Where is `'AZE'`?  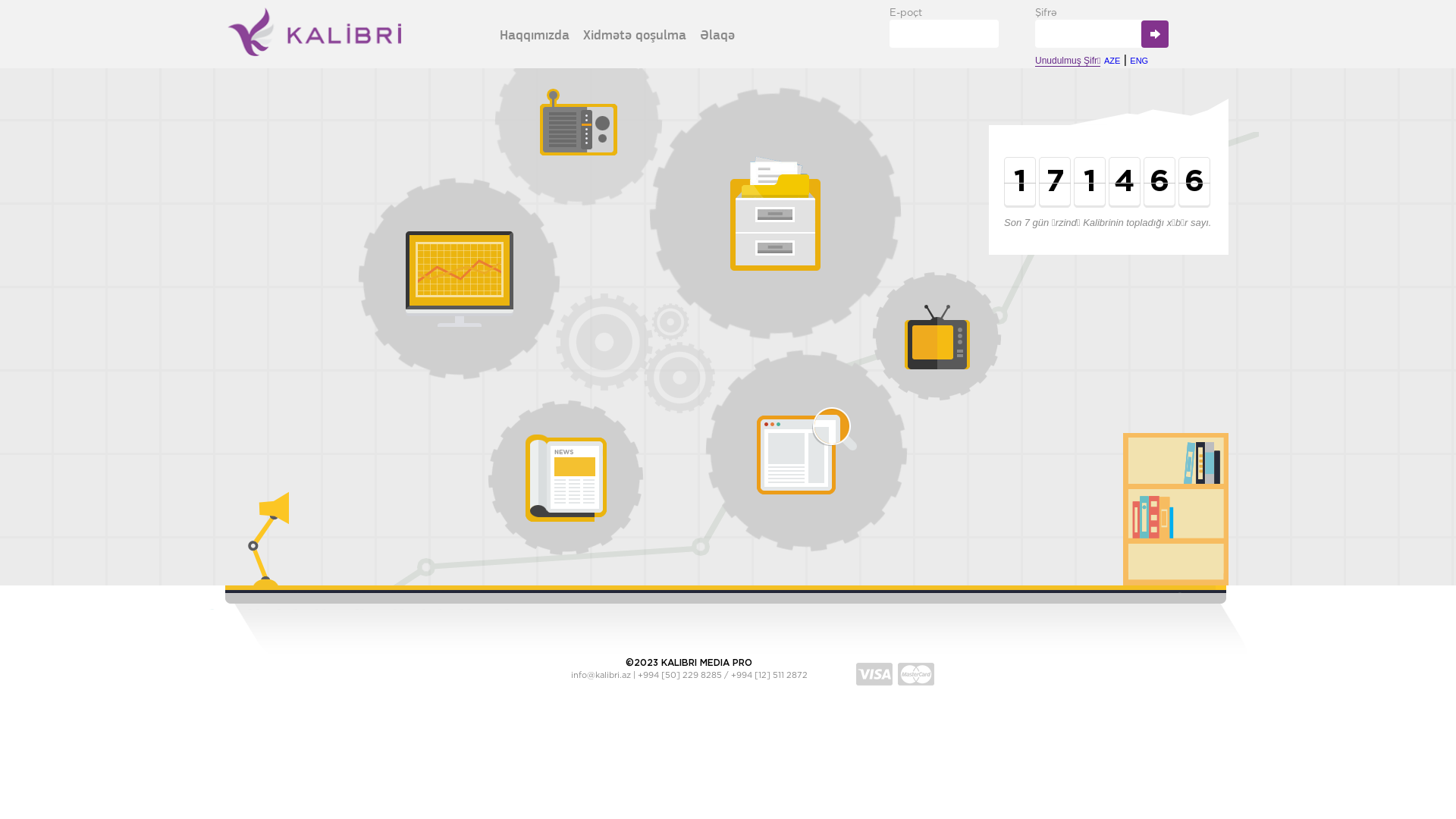
'AZE' is located at coordinates (1112, 60).